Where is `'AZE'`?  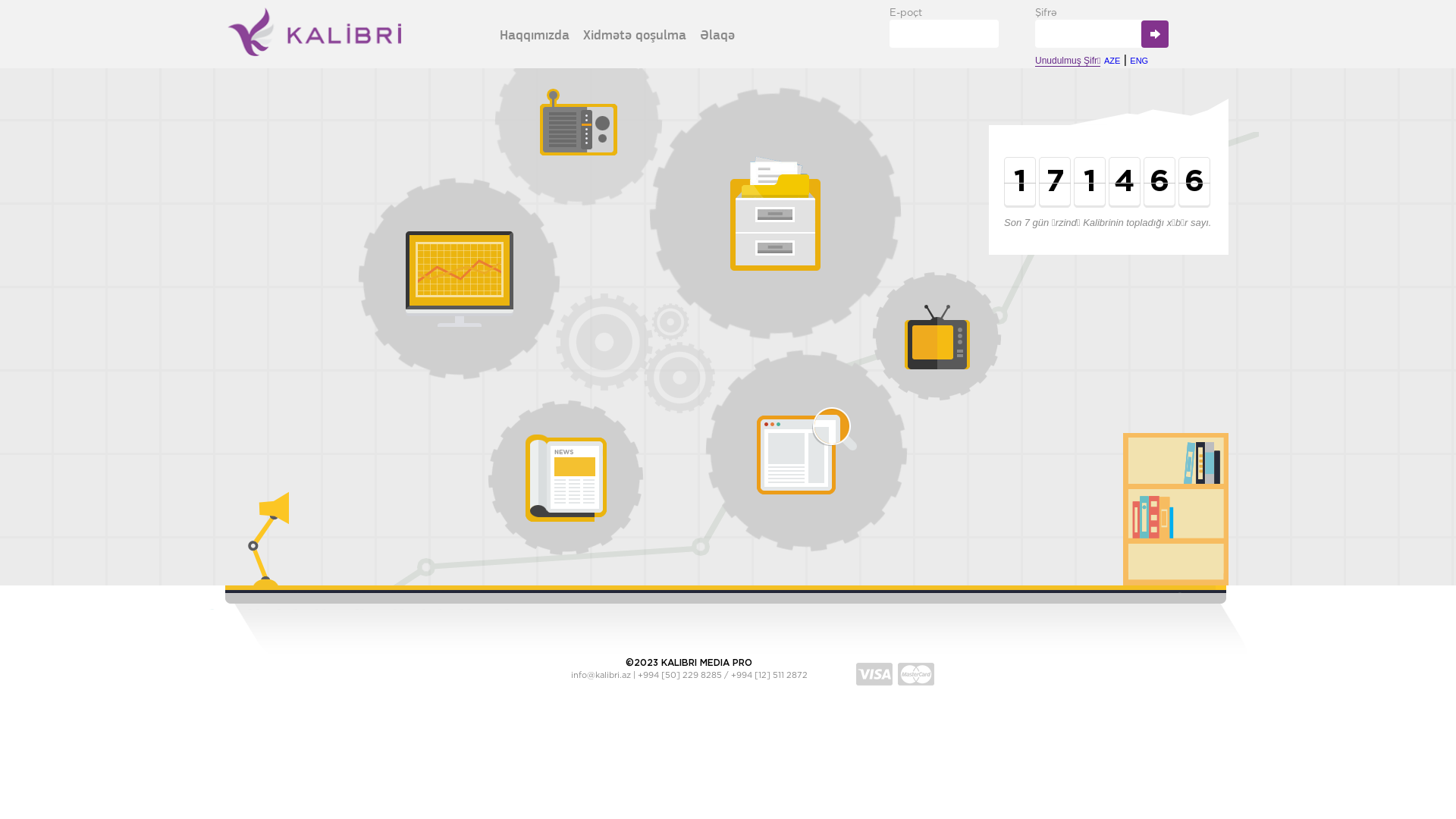
'AZE' is located at coordinates (1112, 60).